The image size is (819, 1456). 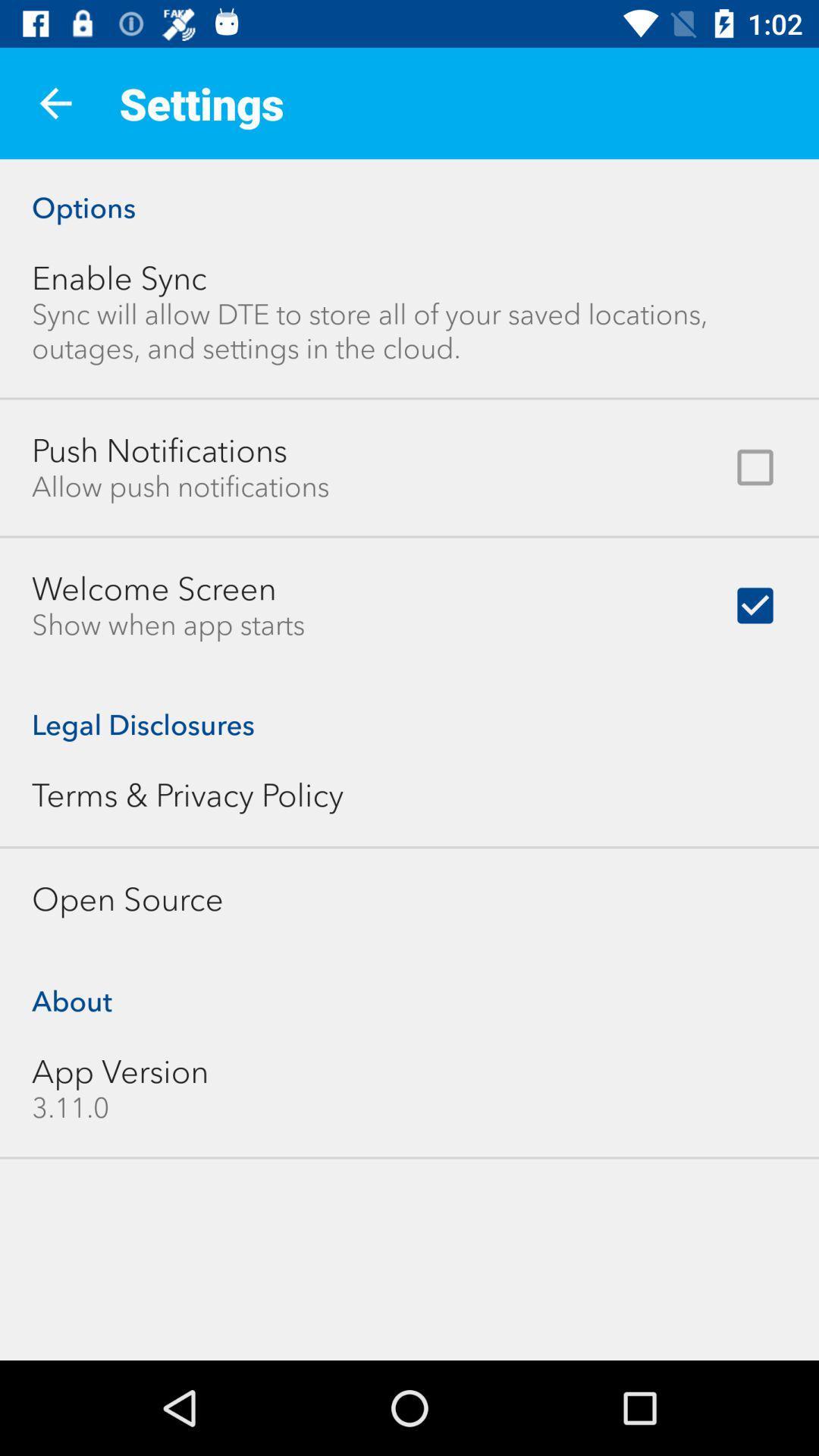 What do you see at coordinates (409, 191) in the screenshot?
I see `the options` at bounding box center [409, 191].